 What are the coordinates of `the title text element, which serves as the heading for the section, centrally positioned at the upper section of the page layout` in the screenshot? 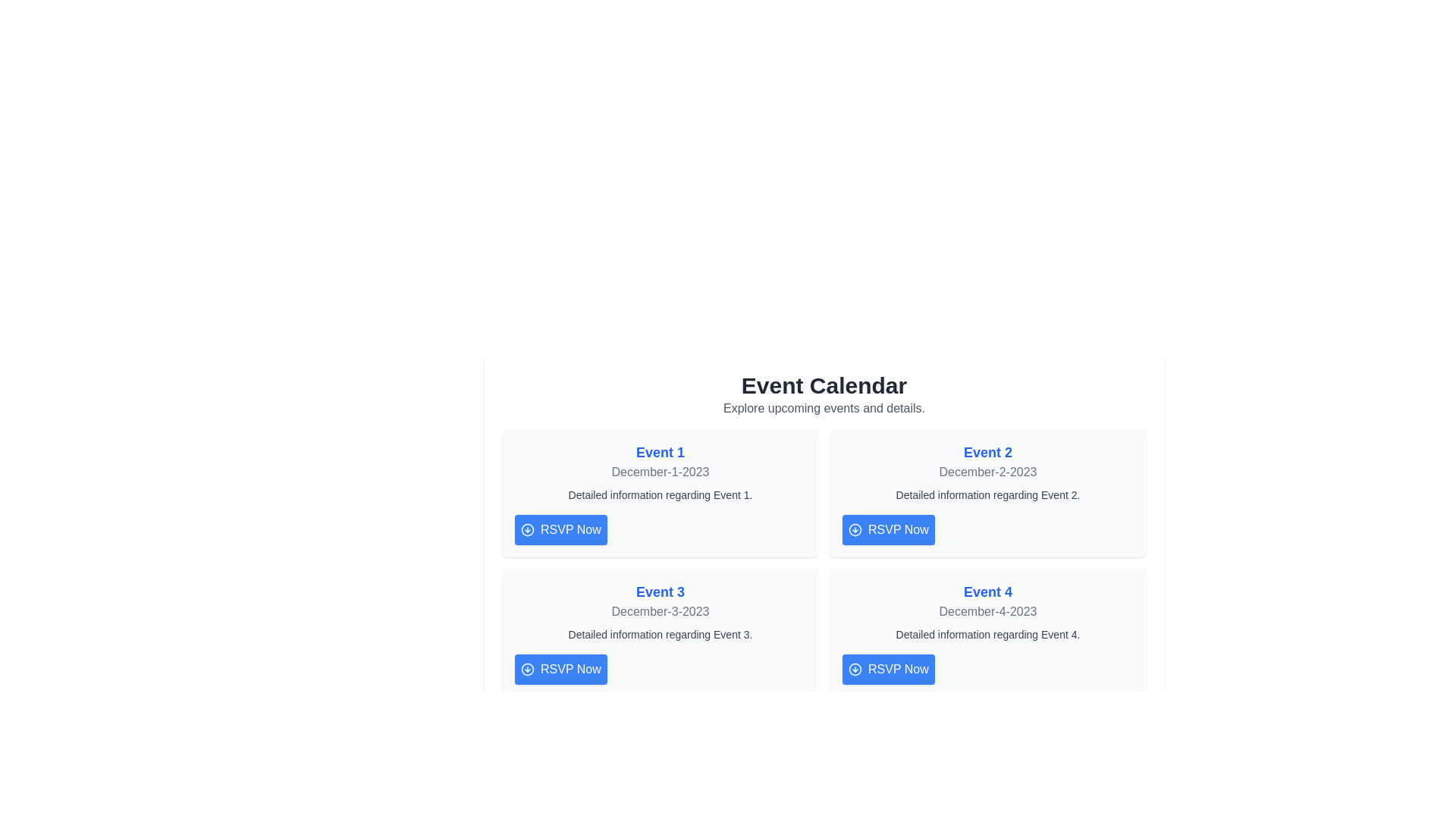 It's located at (823, 385).